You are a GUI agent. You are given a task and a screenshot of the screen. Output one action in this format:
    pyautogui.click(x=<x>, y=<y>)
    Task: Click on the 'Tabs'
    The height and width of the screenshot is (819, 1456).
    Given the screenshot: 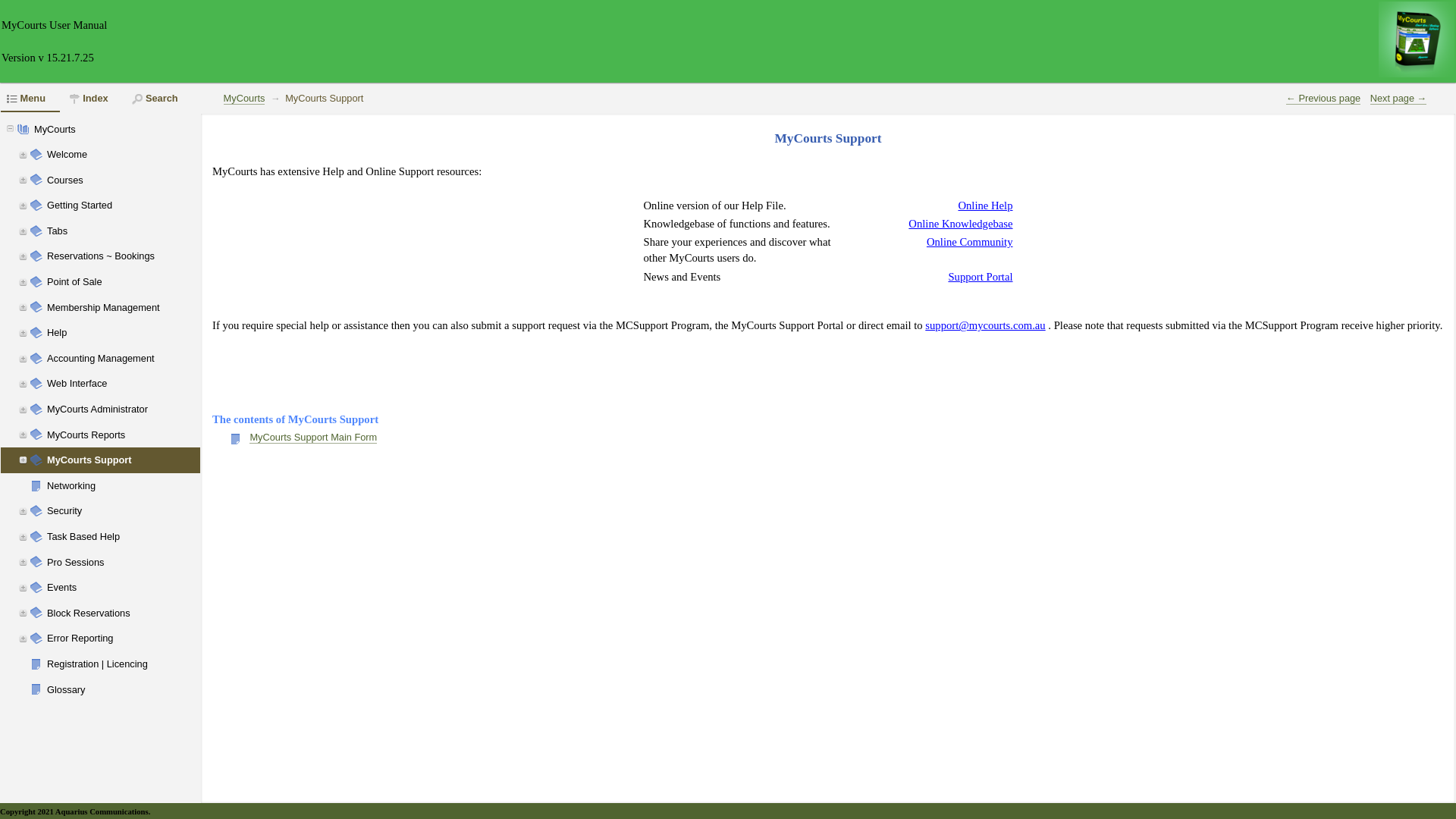 What is the action you would take?
    pyautogui.click(x=47, y=231)
    